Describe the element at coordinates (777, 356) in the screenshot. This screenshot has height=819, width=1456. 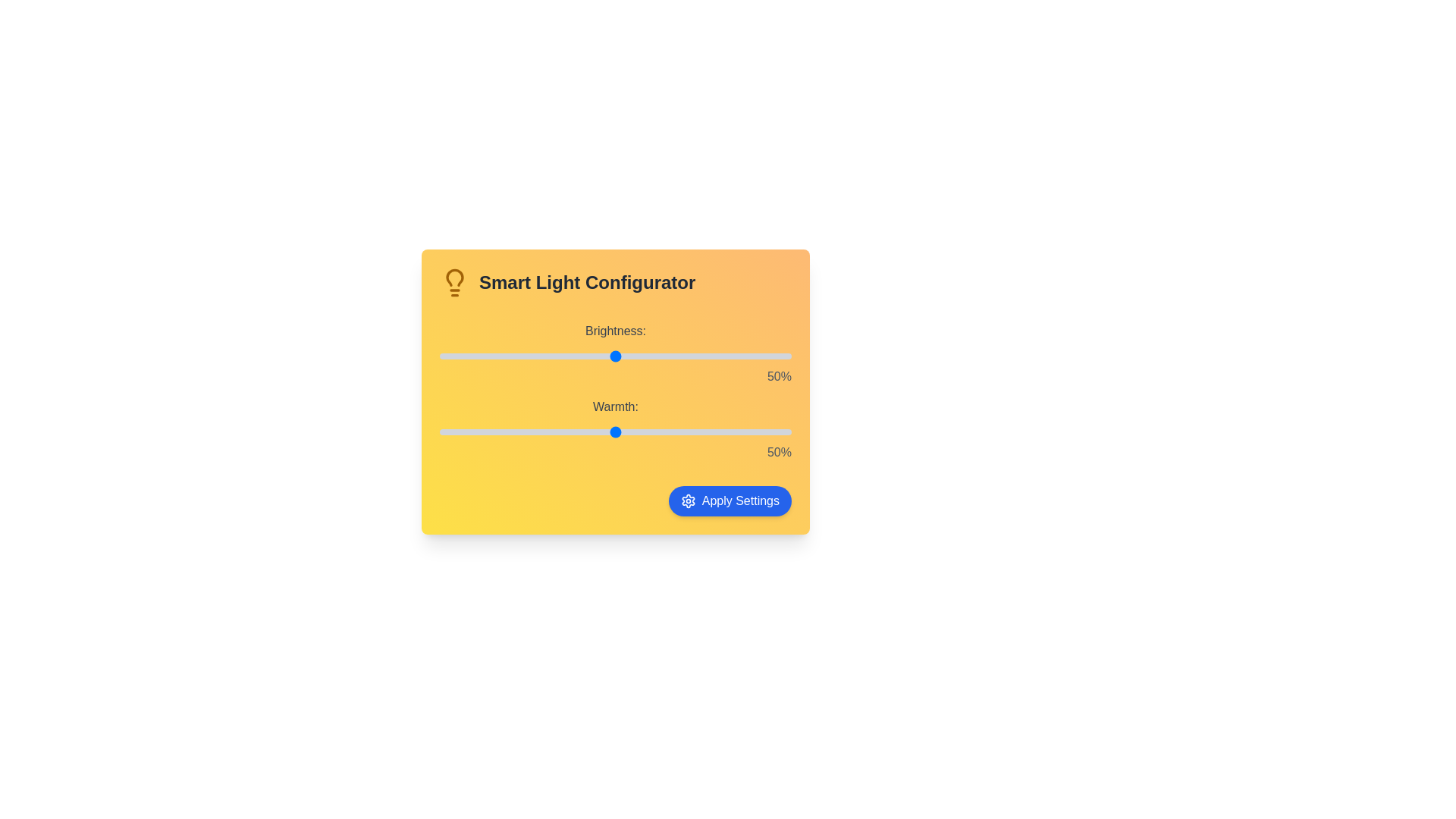
I see `the brightness level` at that location.